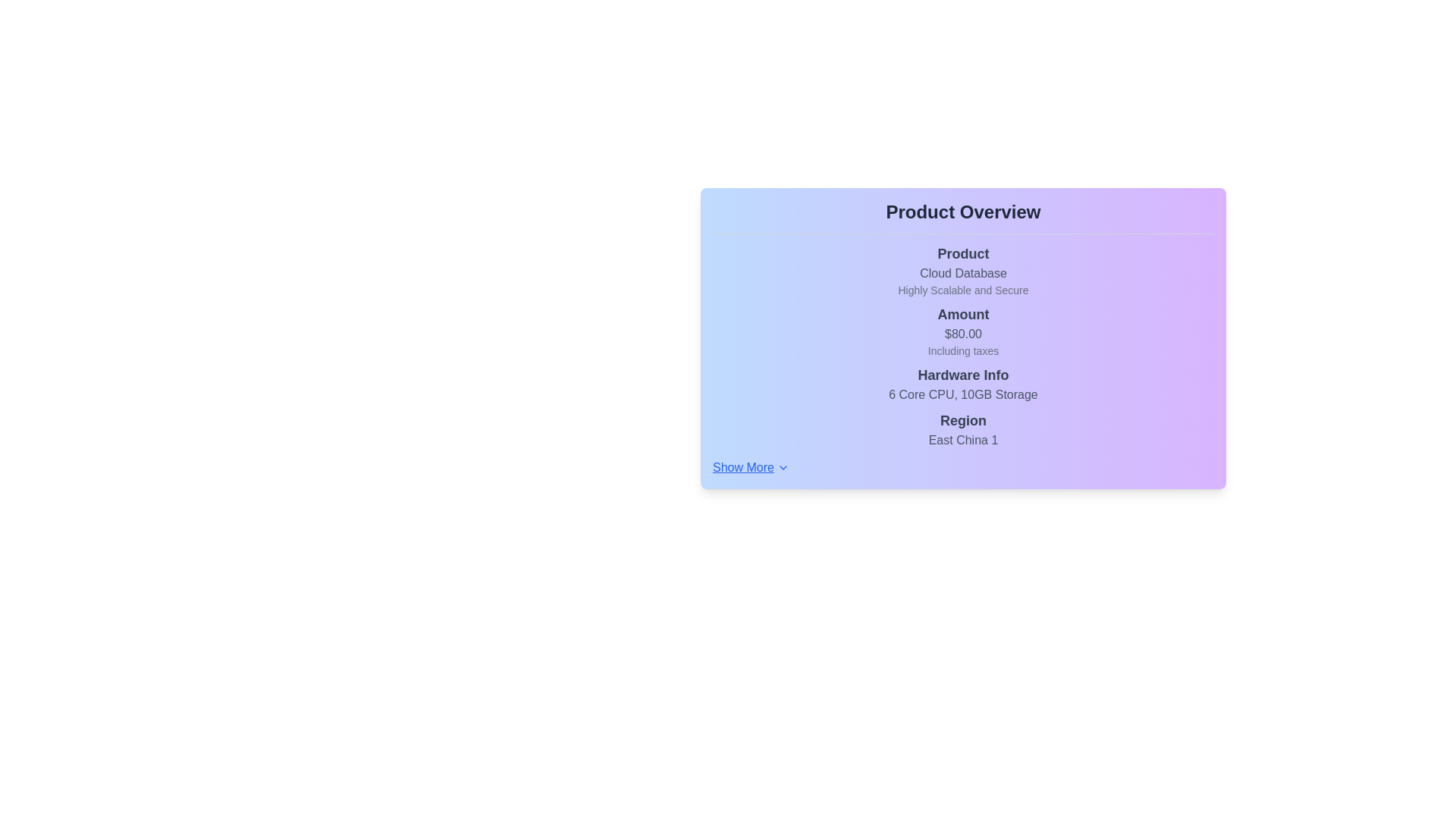 The width and height of the screenshot is (1456, 819). I want to click on the text label displaying '6 Core CPU, 10GB Storage' that is located under the 'Hardware Info' heading, so click(962, 394).